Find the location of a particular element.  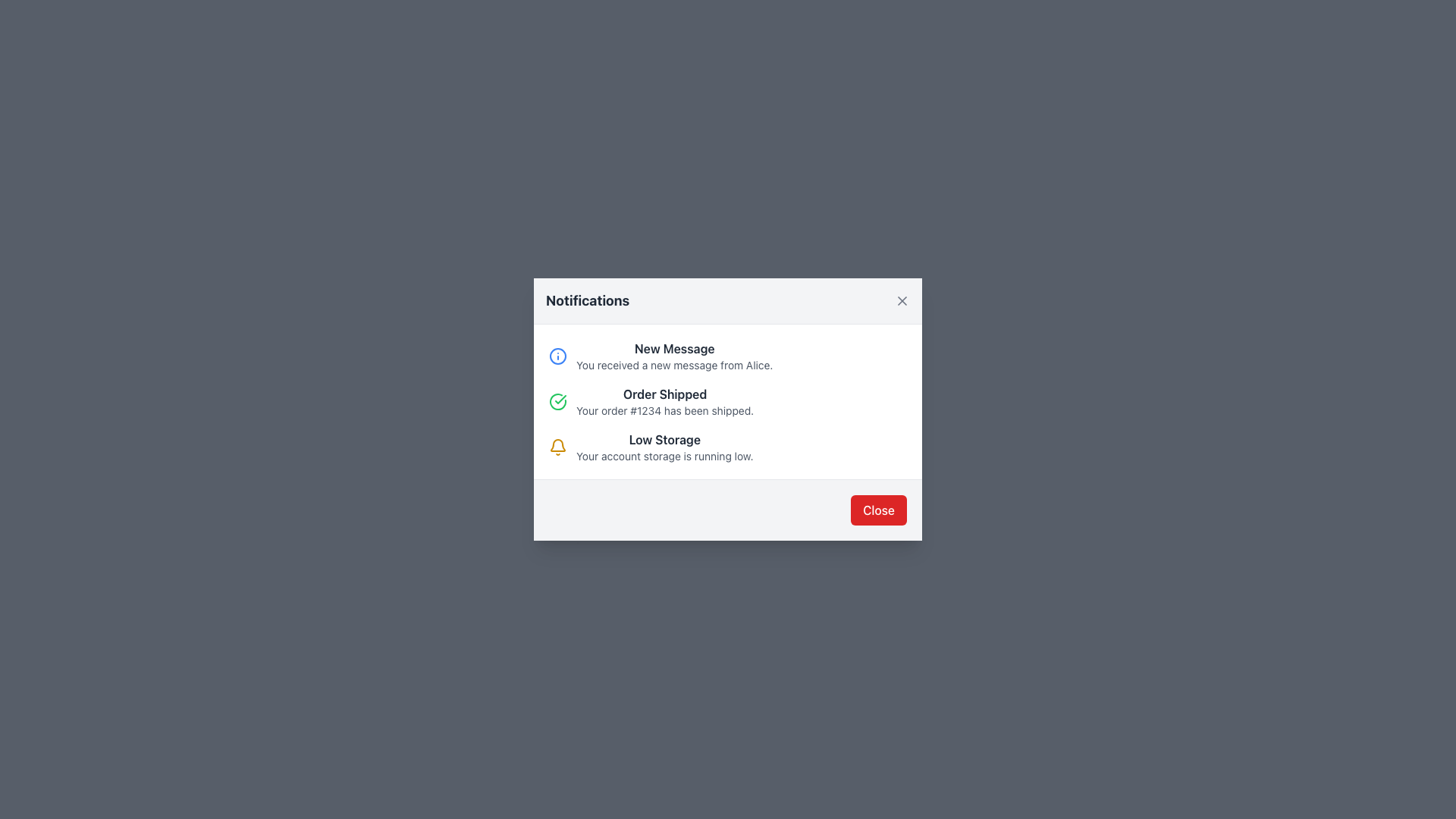

the bold, dark gray text reading 'Low Storage' in the third notification item of the 'Notifications' dialog box is located at coordinates (664, 439).